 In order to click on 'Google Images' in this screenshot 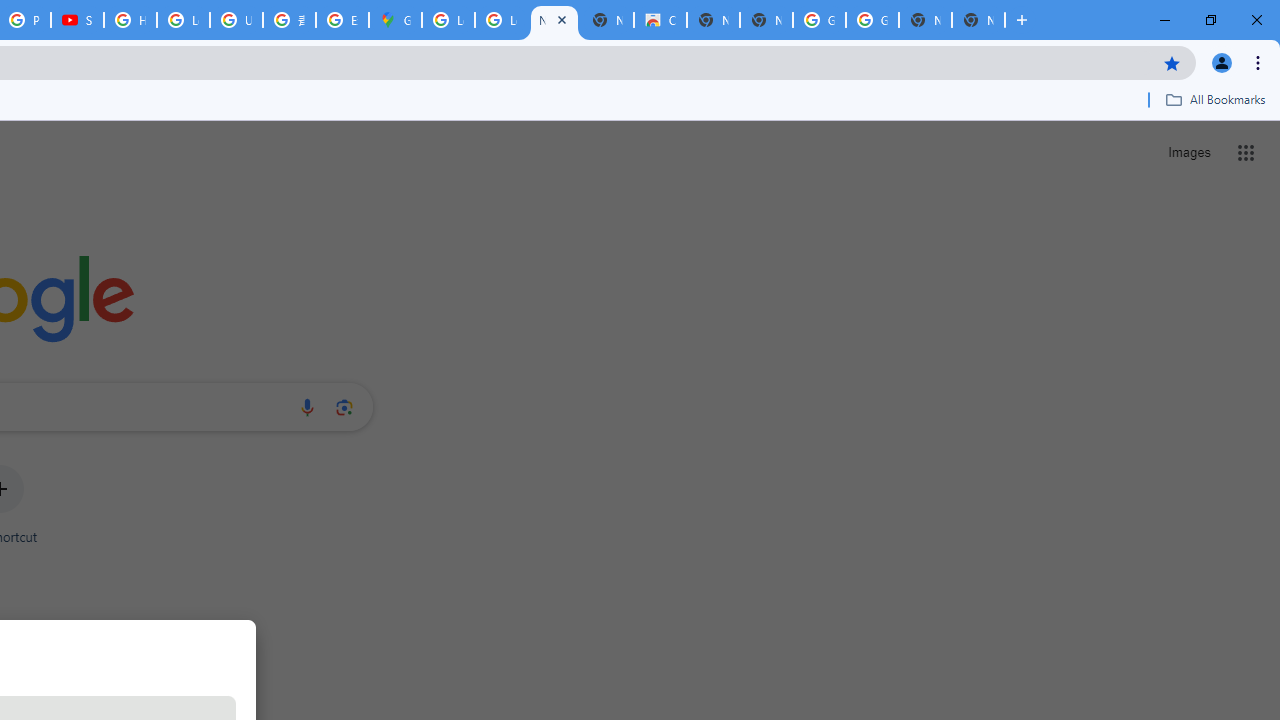, I will do `click(872, 20)`.